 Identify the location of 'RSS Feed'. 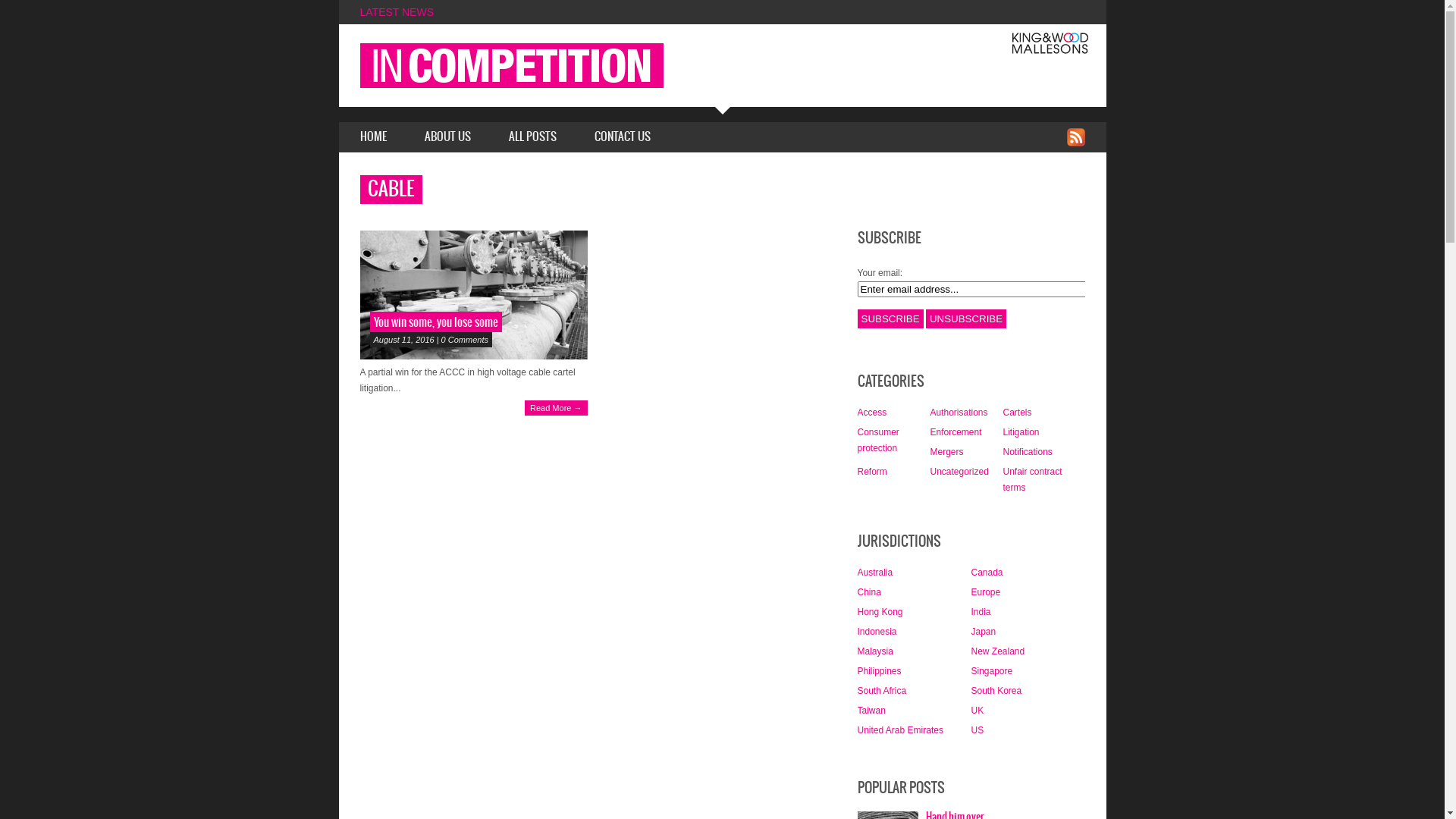
(1074, 137).